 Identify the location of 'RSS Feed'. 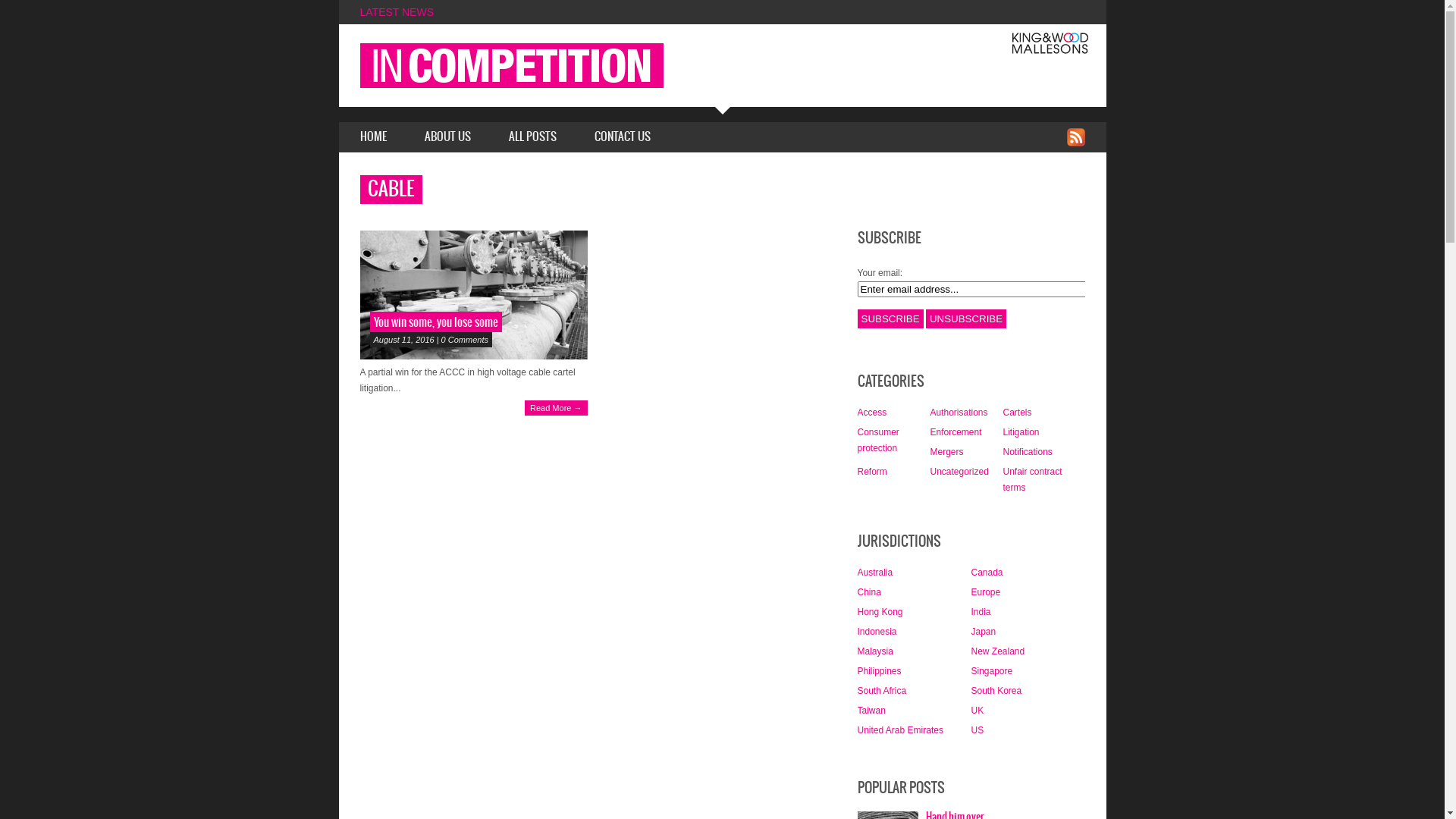
(1074, 137).